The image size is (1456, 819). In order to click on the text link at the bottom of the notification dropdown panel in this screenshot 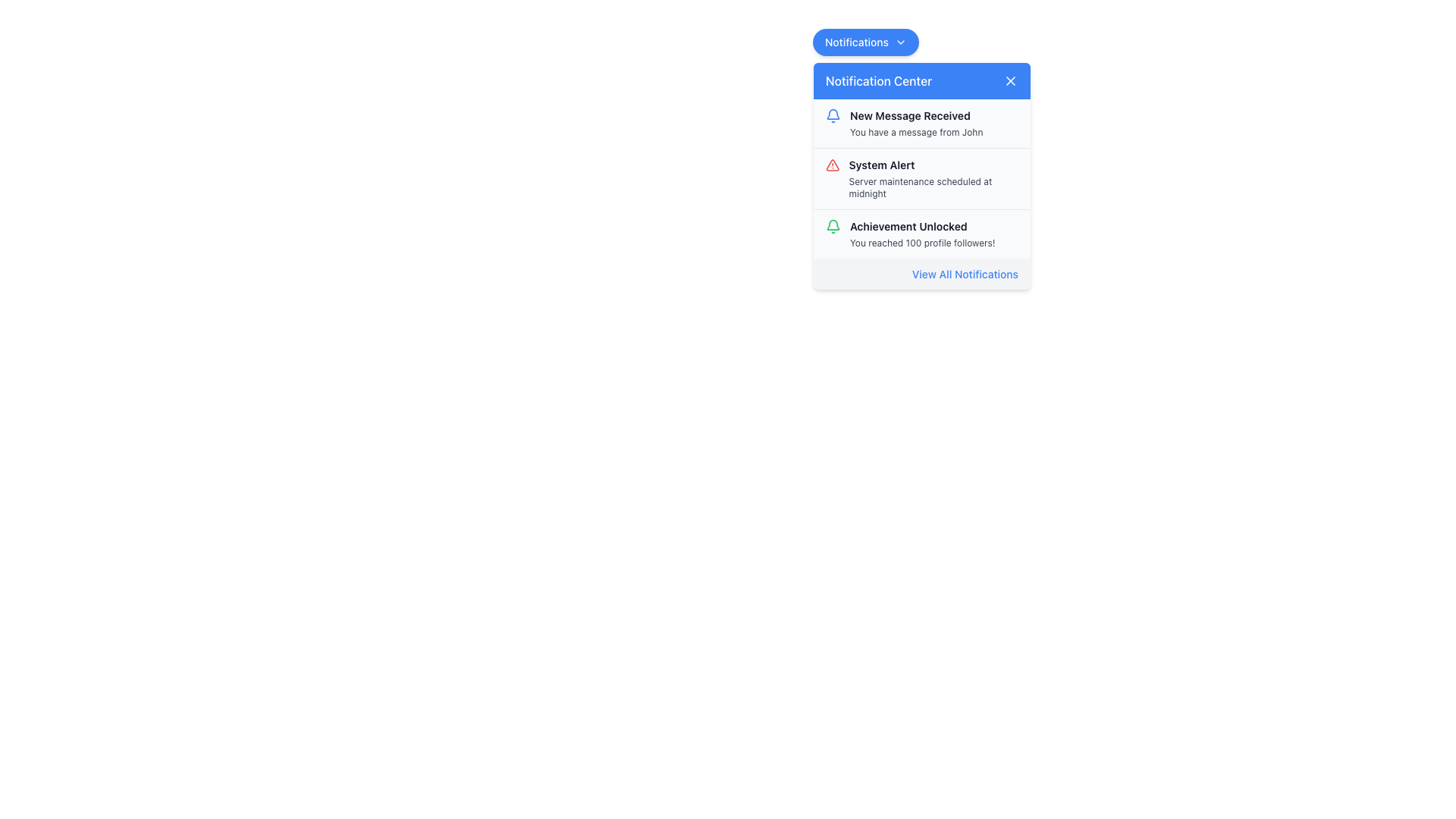, I will do `click(964, 275)`.